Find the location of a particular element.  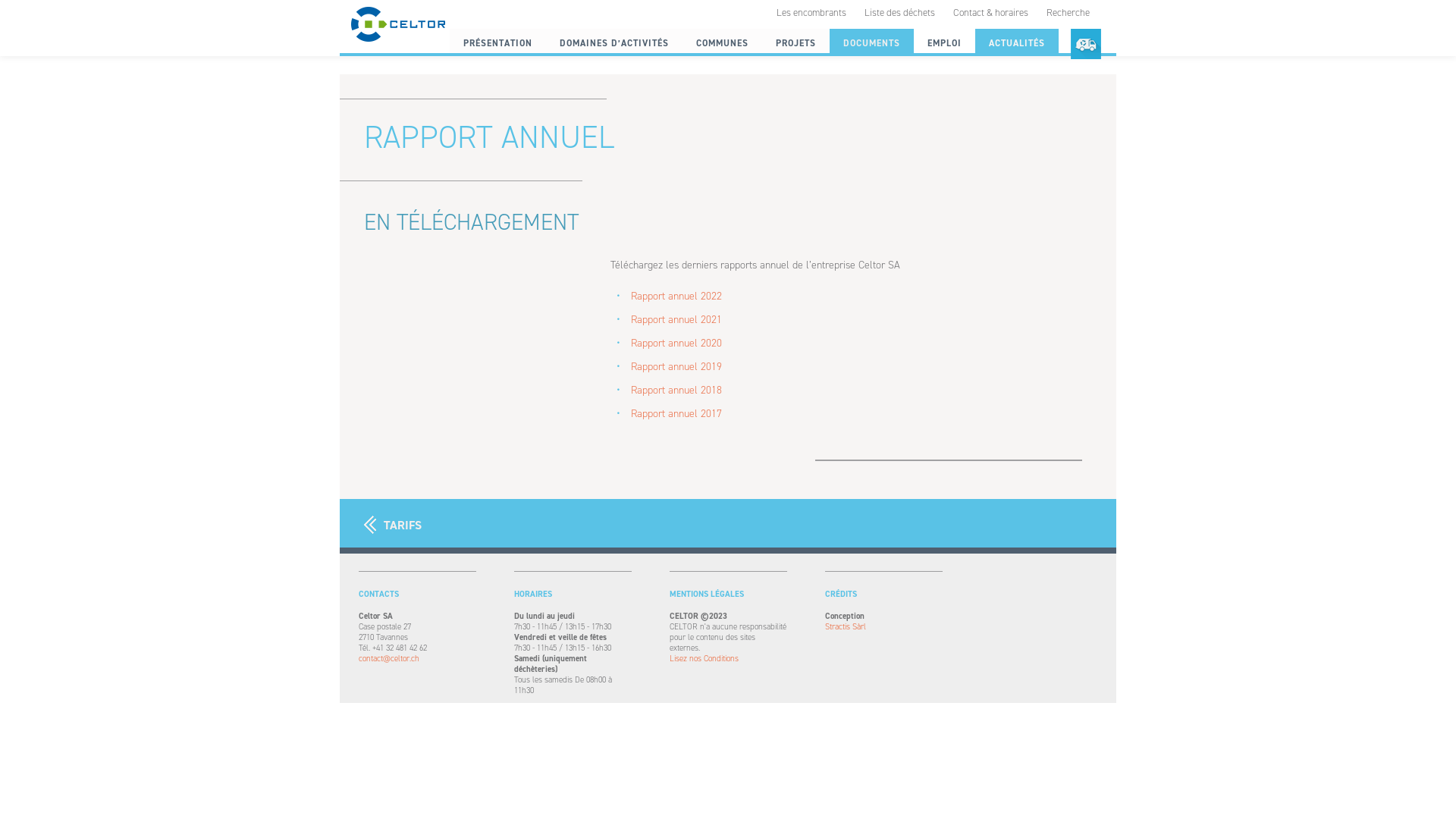

'Rapport annuel 2018' is located at coordinates (676, 389).